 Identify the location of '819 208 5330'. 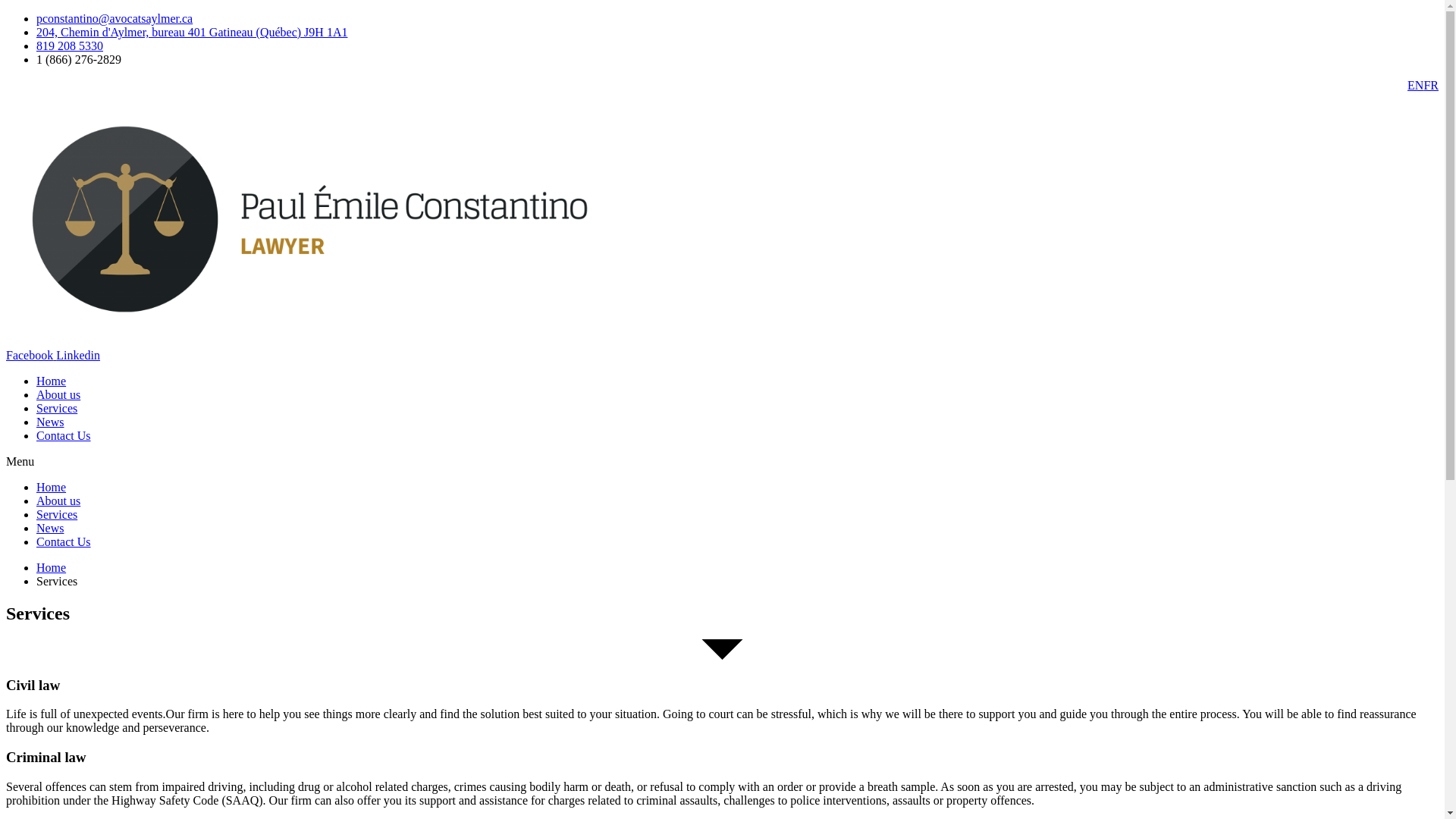
(68, 45).